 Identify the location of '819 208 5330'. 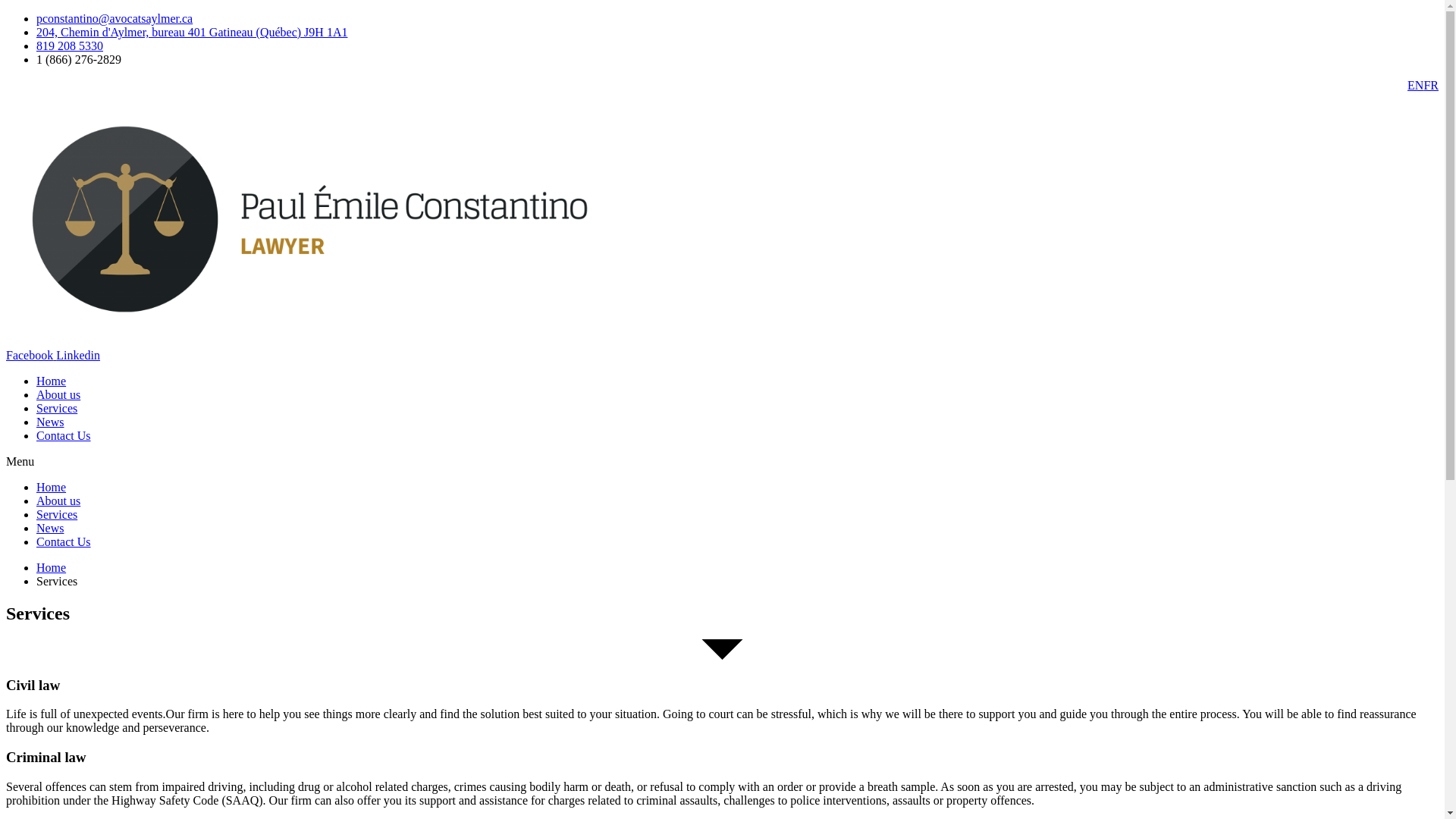
(68, 45).